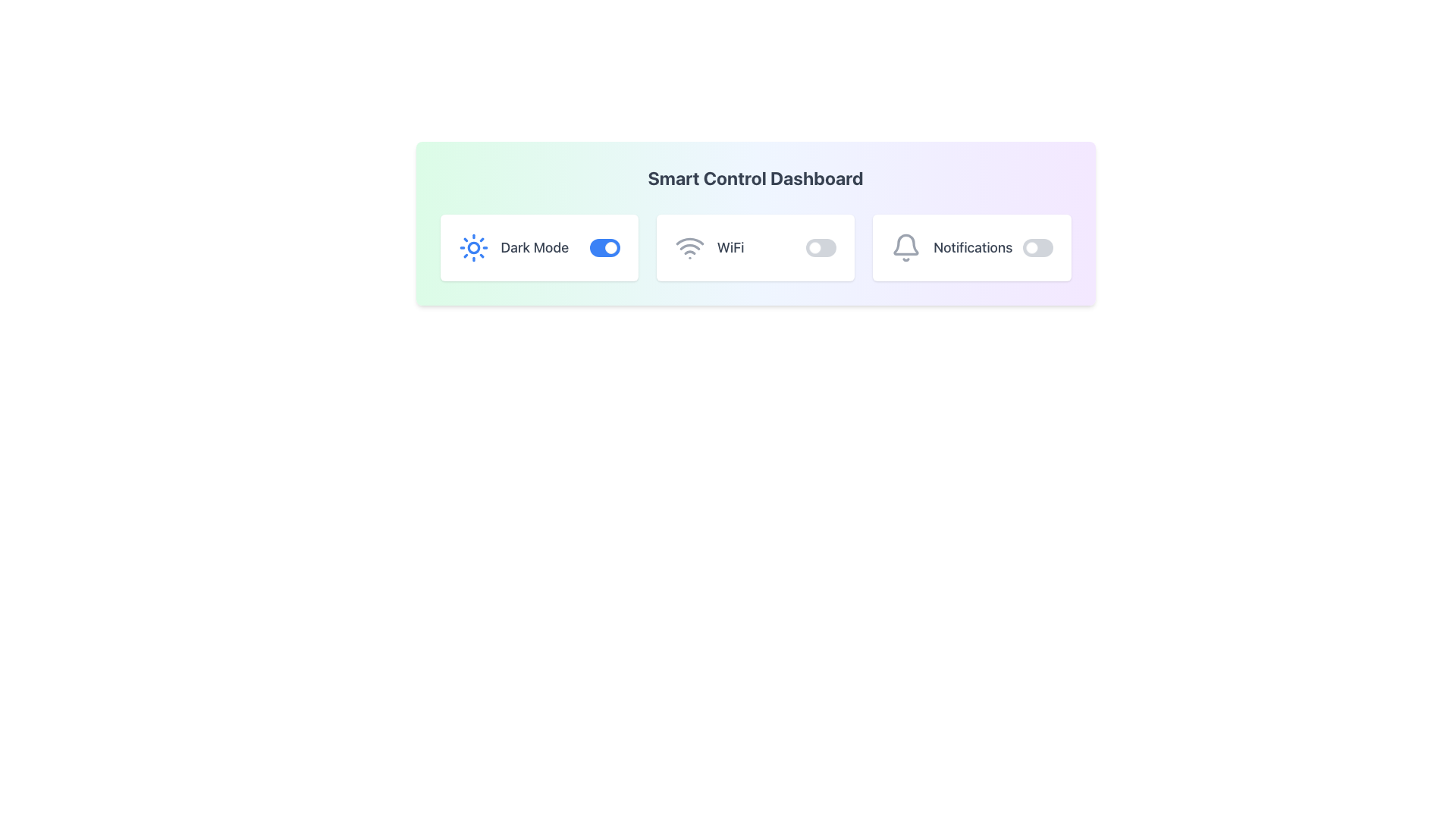 This screenshot has width=1456, height=819. What do you see at coordinates (906, 243) in the screenshot?
I see `the bell icon used for notifications, which is located within a larger interactive card with a 'Notifications' label, positioned to the far right of the dashboard interface` at bounding box center [906, 243].